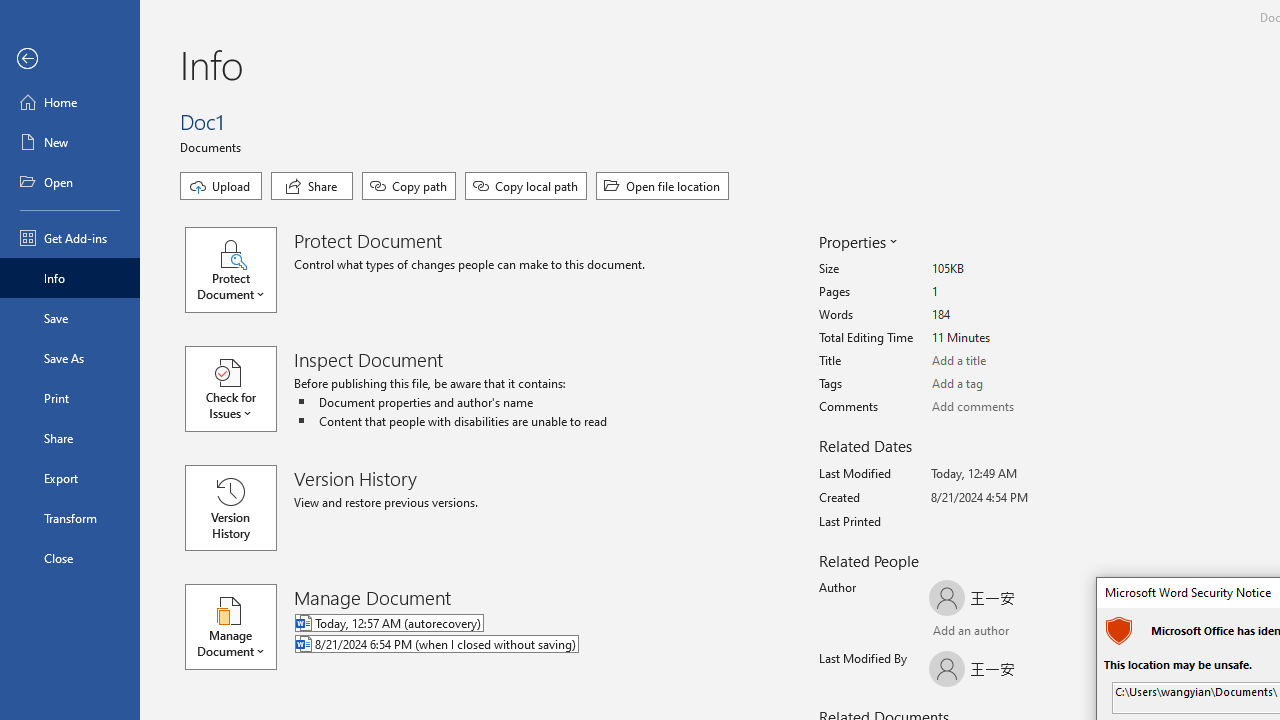 The width and height of the screenshot is (1280, 720). I want to click on 'Print', so click(69, 398).